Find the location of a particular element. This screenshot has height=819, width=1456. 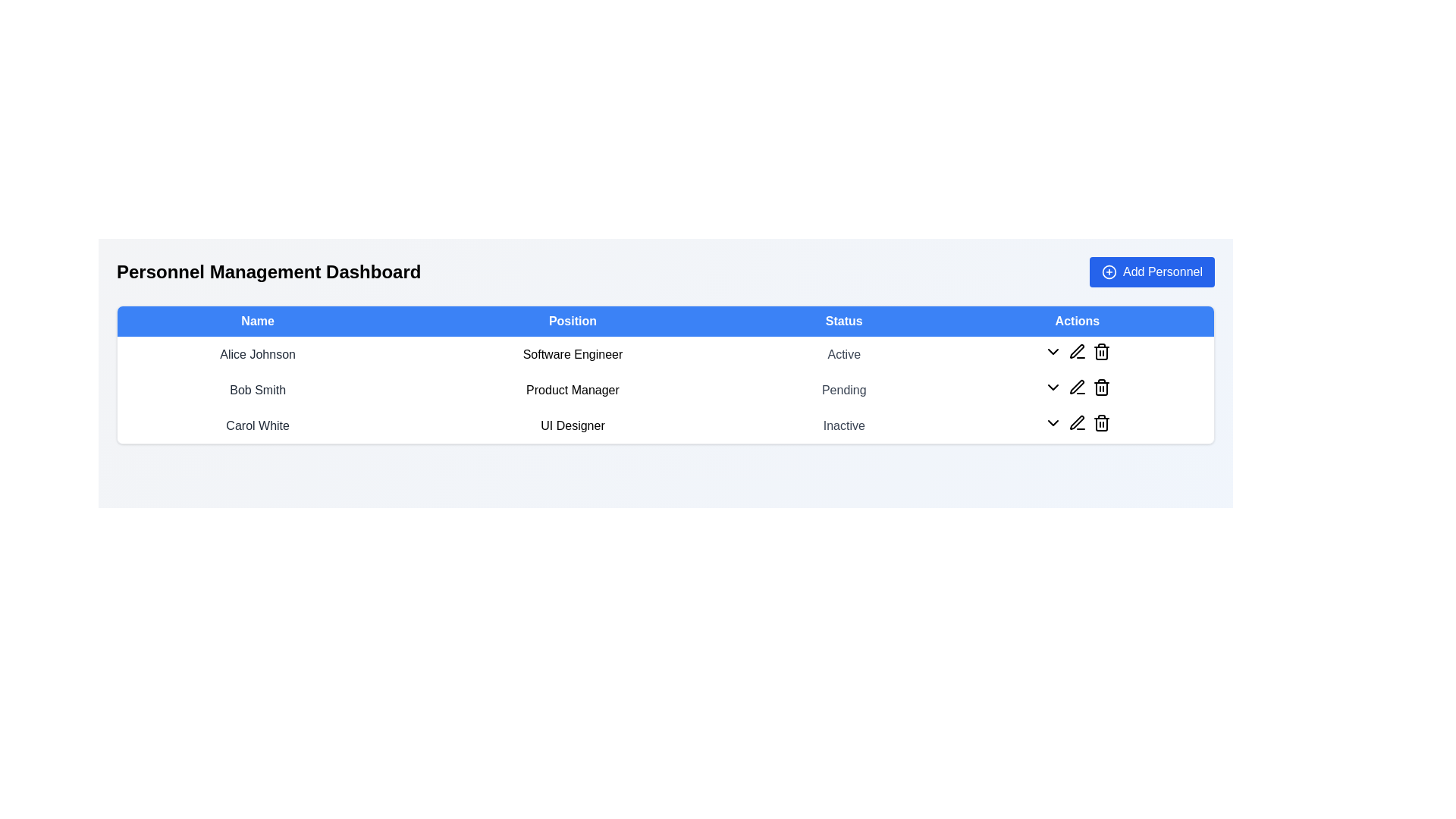

the text block that describes the position associated with 'Carol White' in the personnel management interface, located in the 'Position' column of the third row is located at coordinates (572, 425).